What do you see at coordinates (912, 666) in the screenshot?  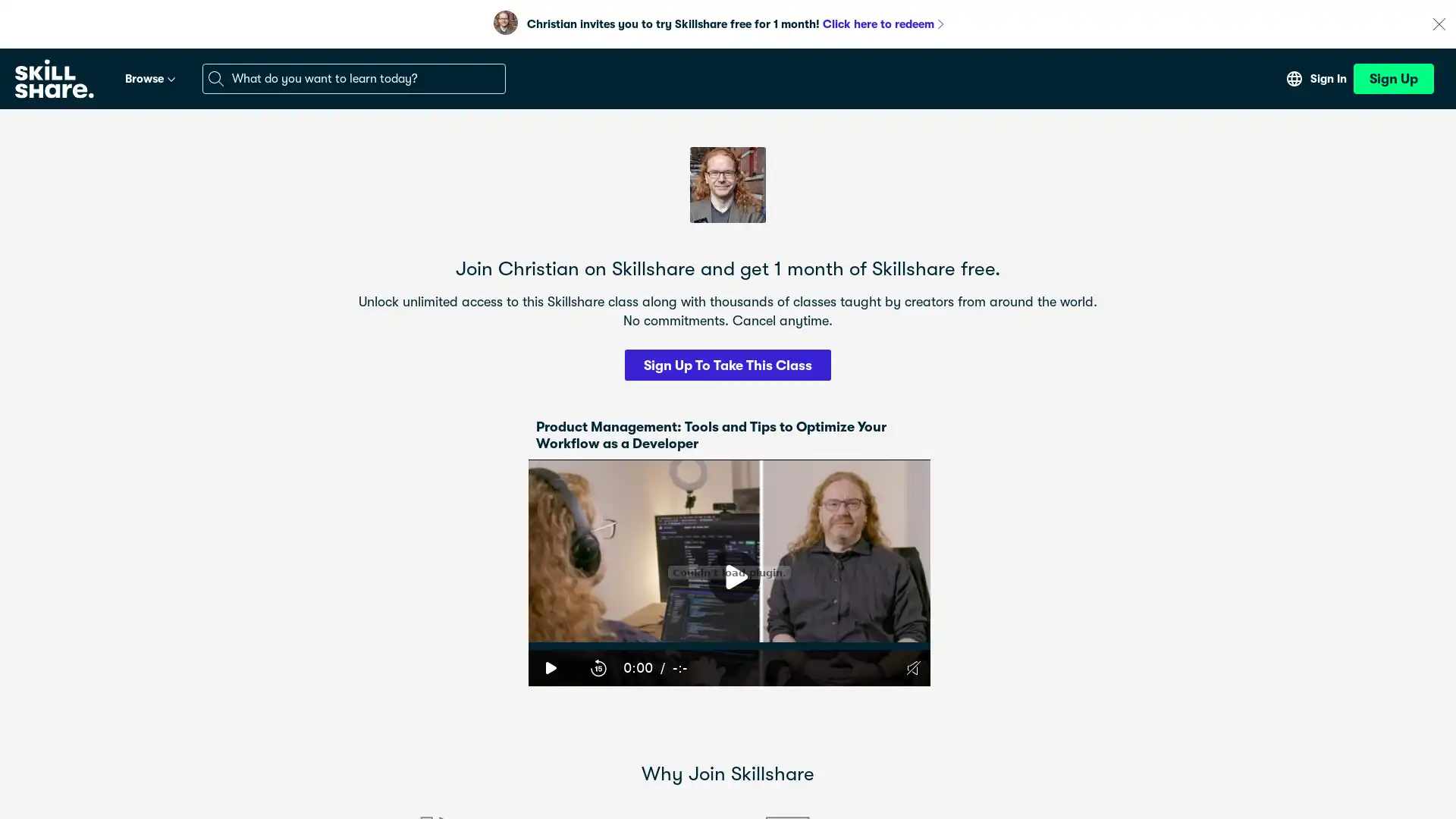 I see `Unmute` at bounding box center [912, 666].